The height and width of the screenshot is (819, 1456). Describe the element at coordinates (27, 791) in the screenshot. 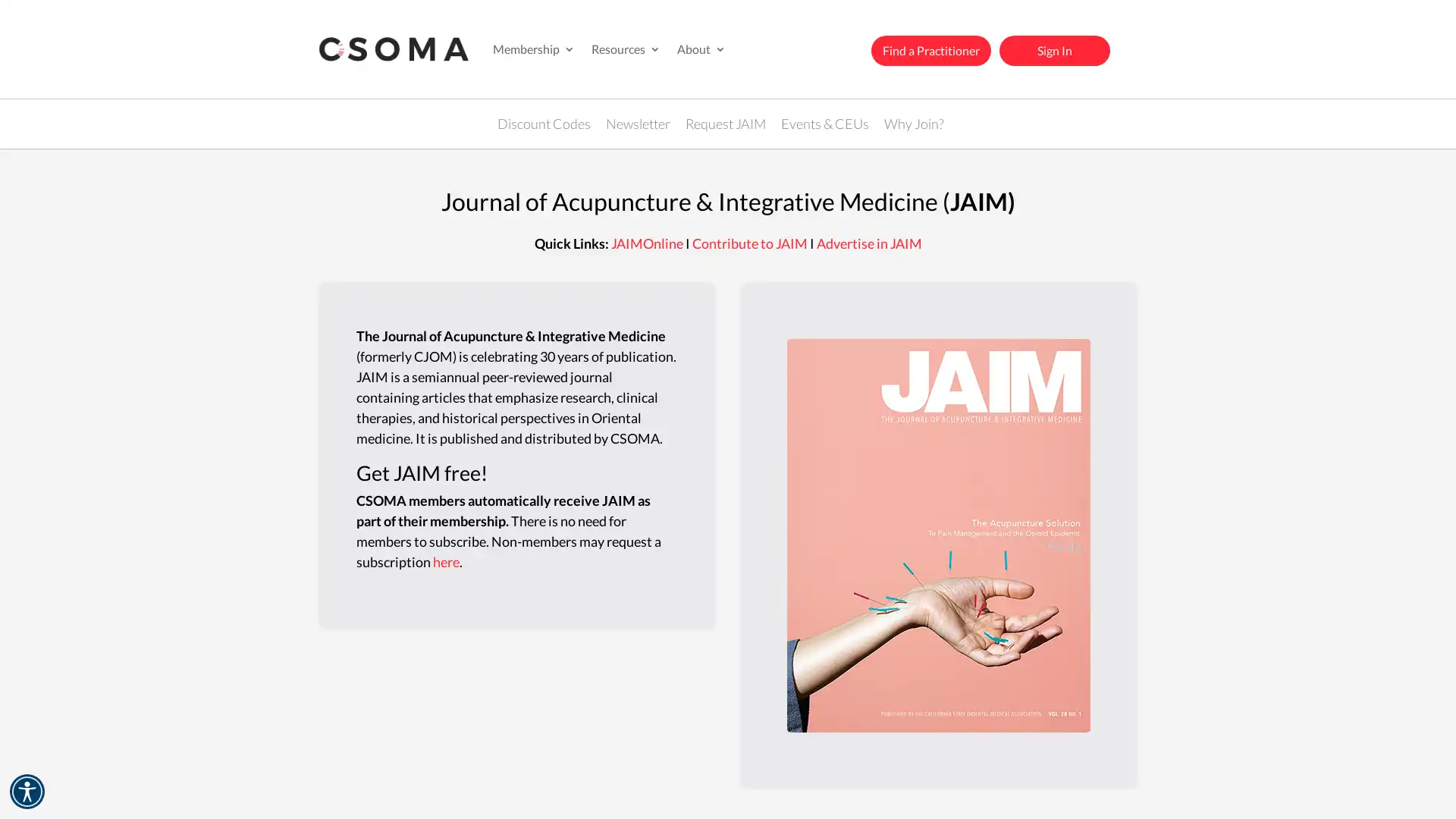

I see `Accessibility Menu` at that location.